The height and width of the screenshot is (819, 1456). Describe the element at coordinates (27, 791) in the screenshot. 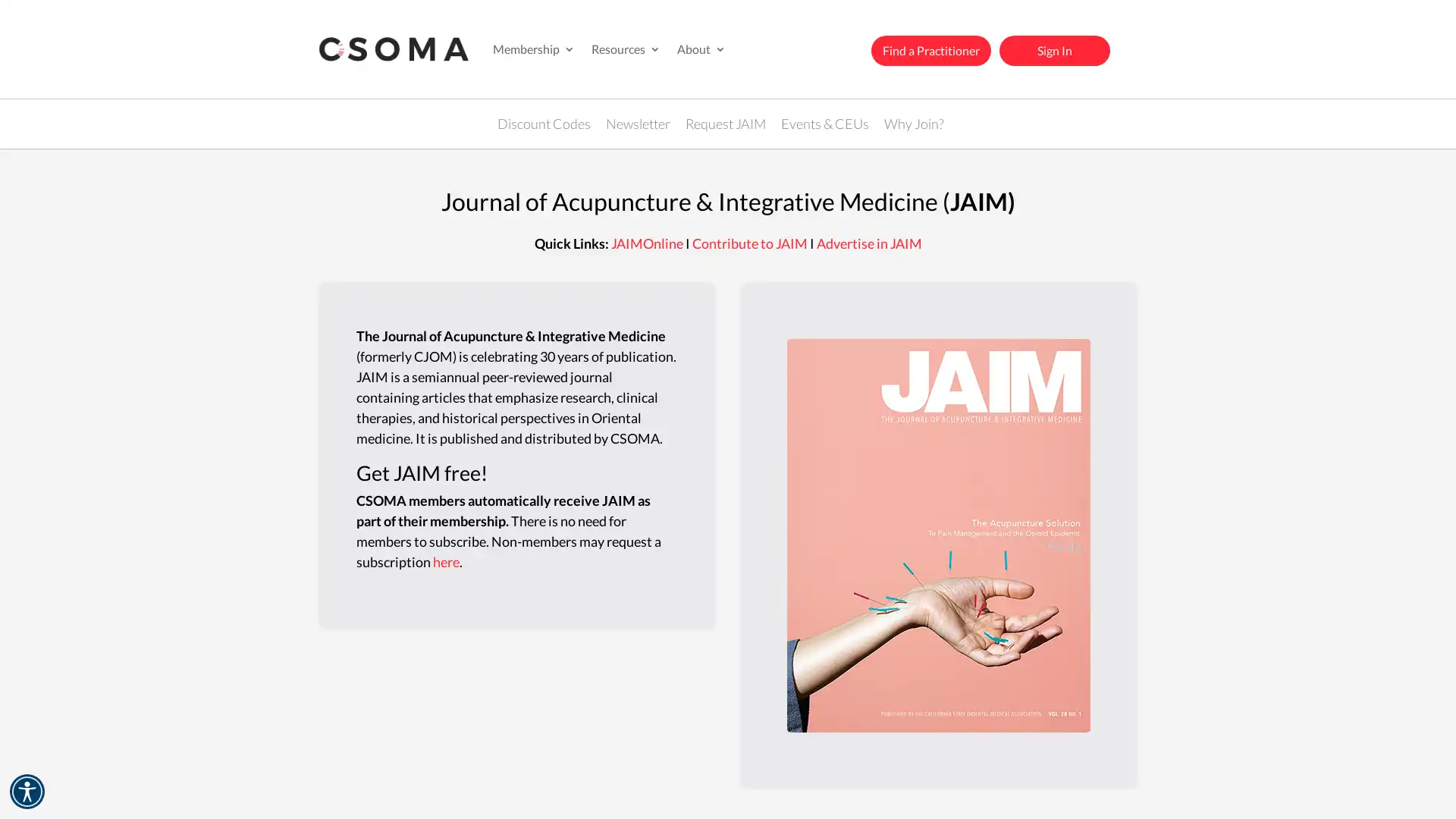

I see `Accessibility Menu` at that location.